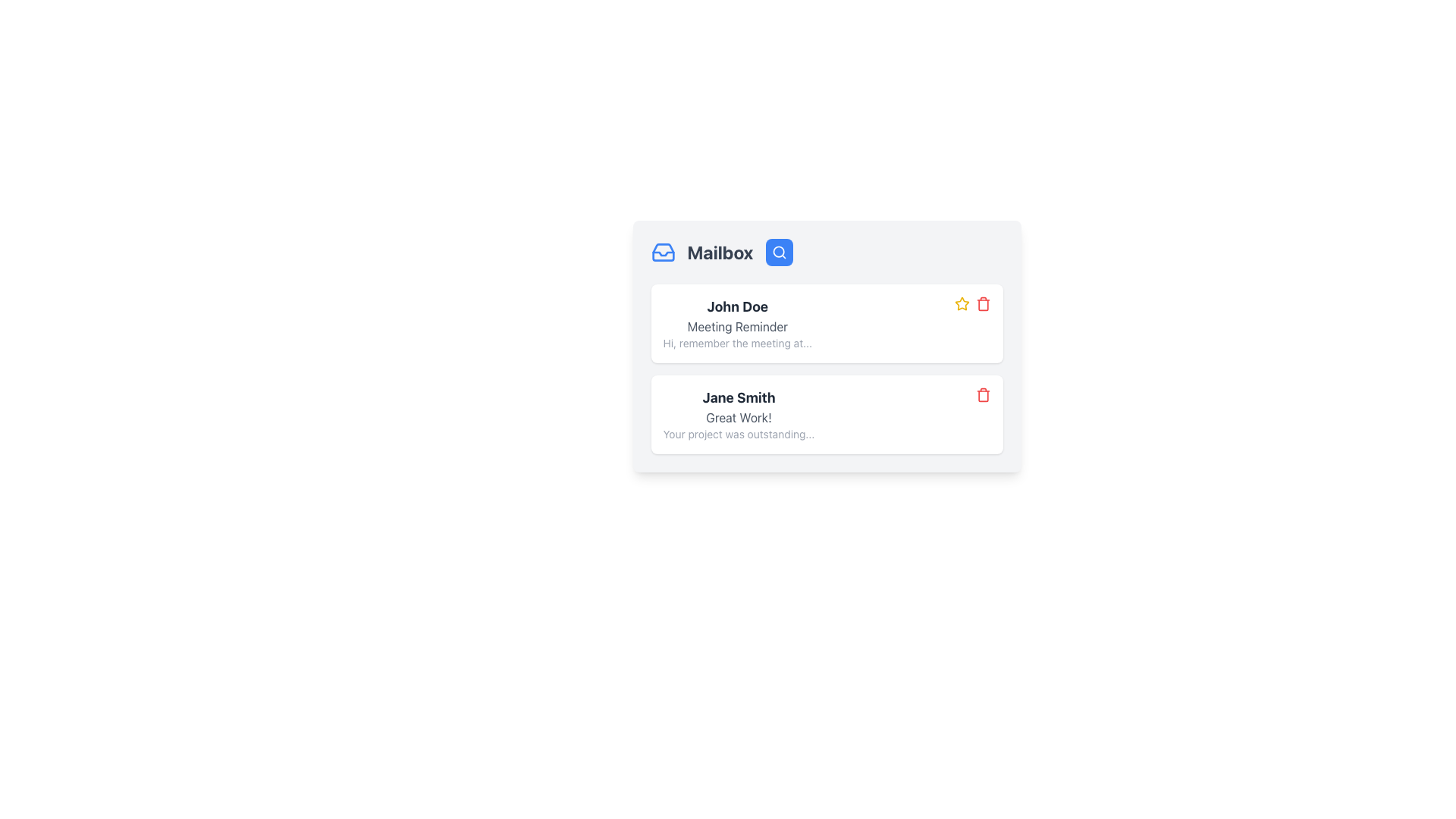 The height and width of the screenshot is (819, 1456). I want to click on the text display reading 'Great Work!', so click(739, 418).